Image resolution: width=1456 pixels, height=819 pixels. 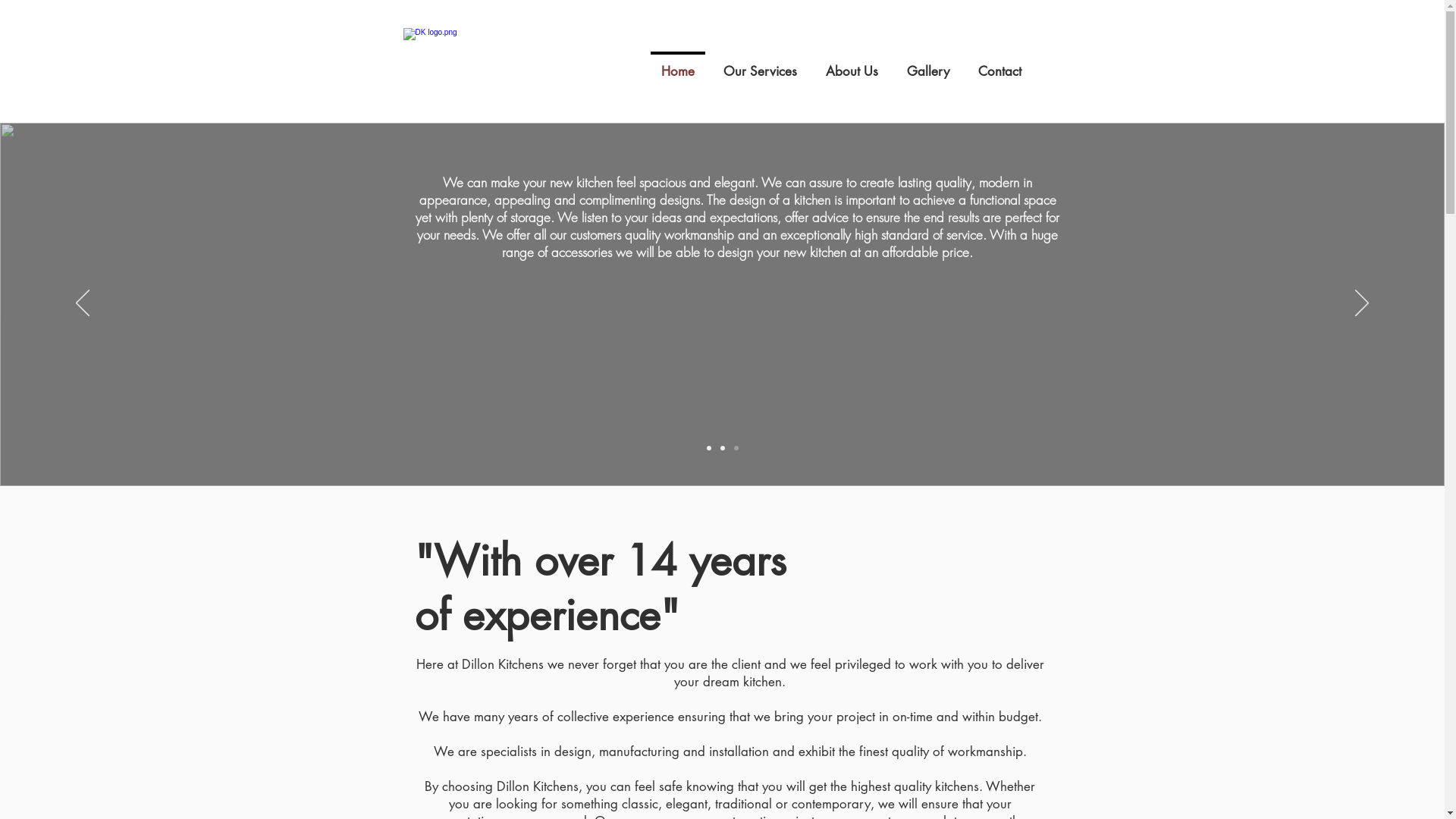 I want to click on 'About Us', so click(x=852, y=63).